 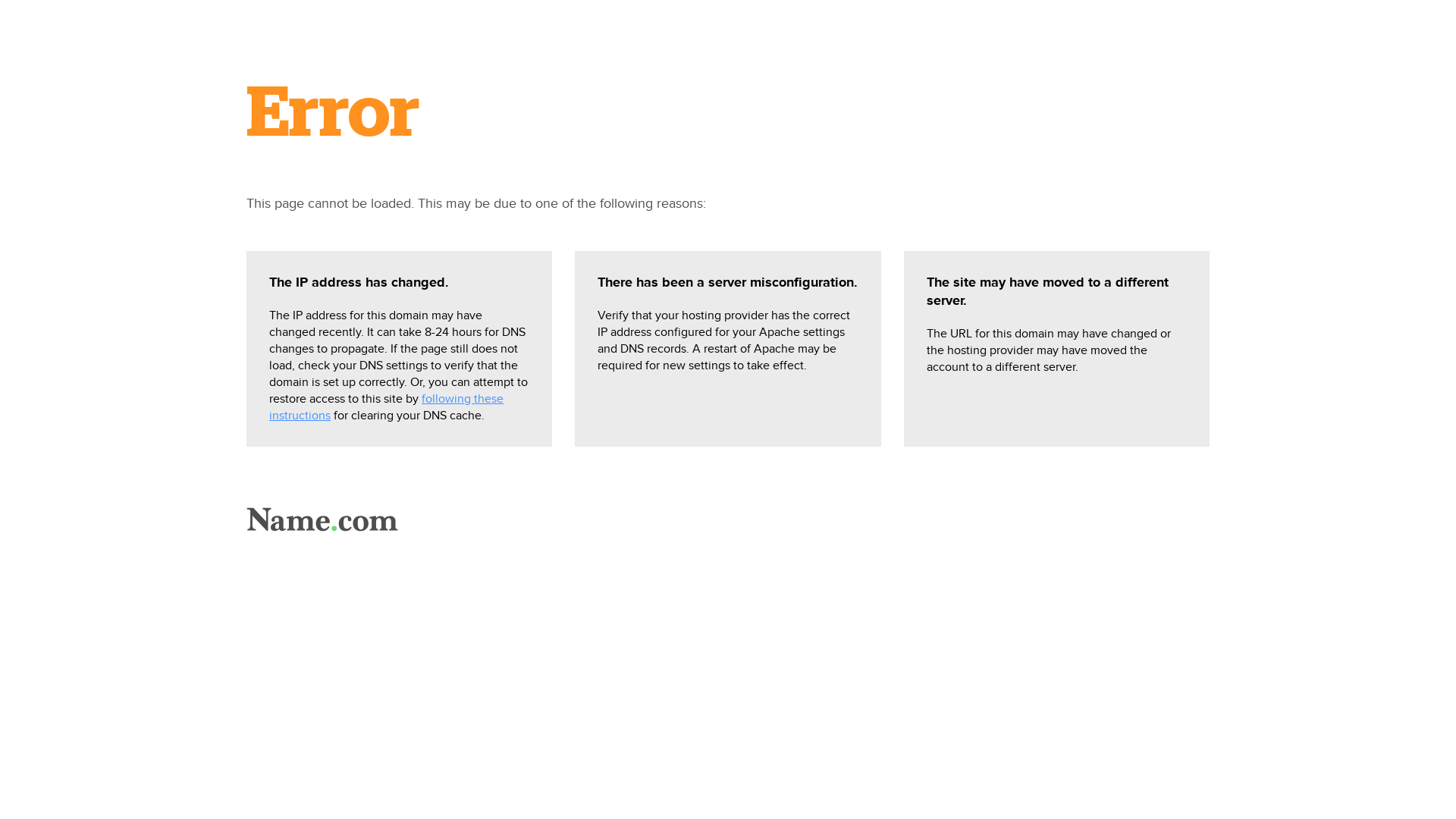 What do you see at coordinates (386, 406) in the screenshot?
I see `'following these instructions'` at bounding box center [386, 406].